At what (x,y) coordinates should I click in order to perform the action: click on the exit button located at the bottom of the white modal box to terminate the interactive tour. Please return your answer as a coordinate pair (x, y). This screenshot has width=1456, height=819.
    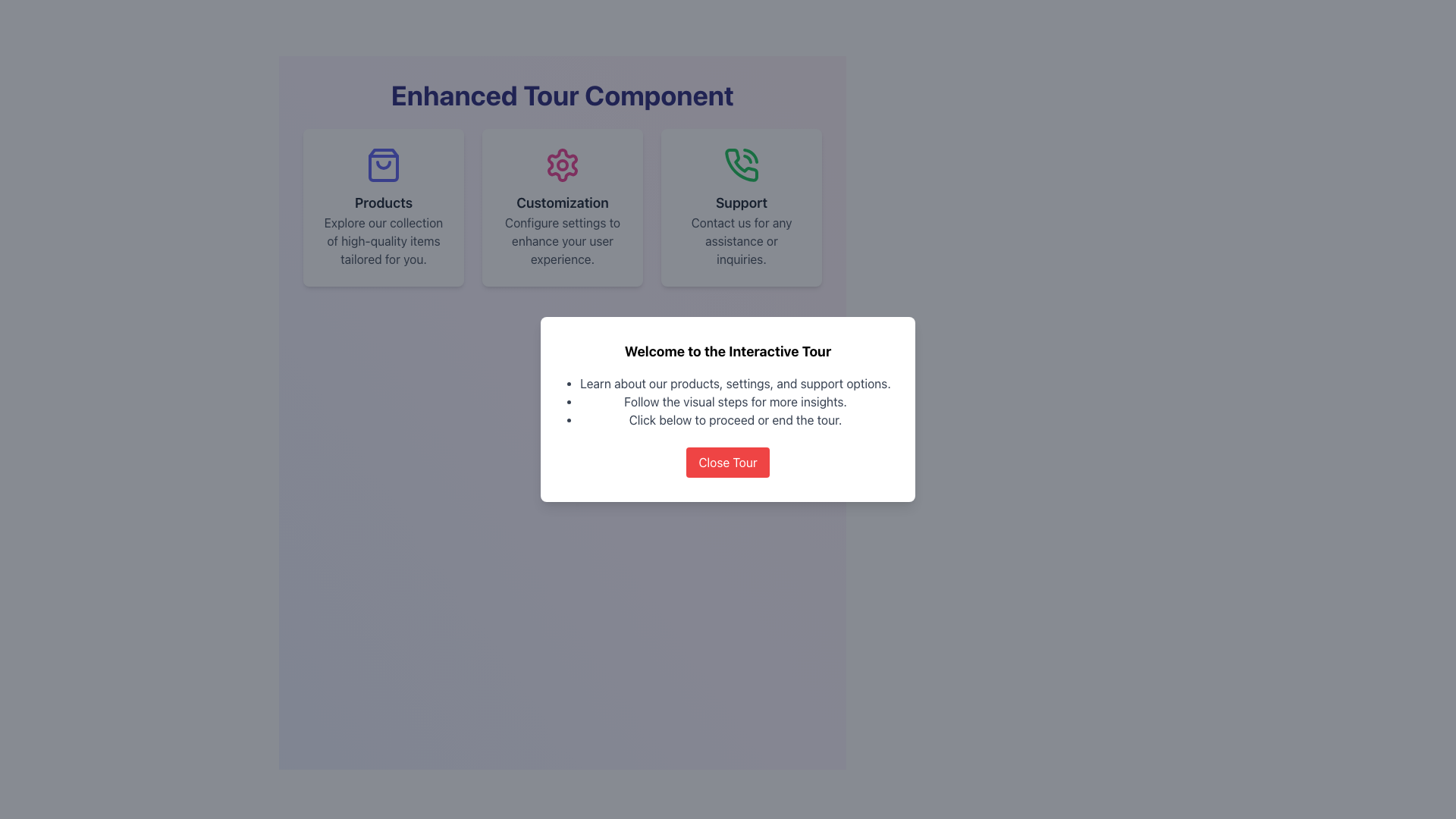
    Looking at the image, I should click on (728, 461).